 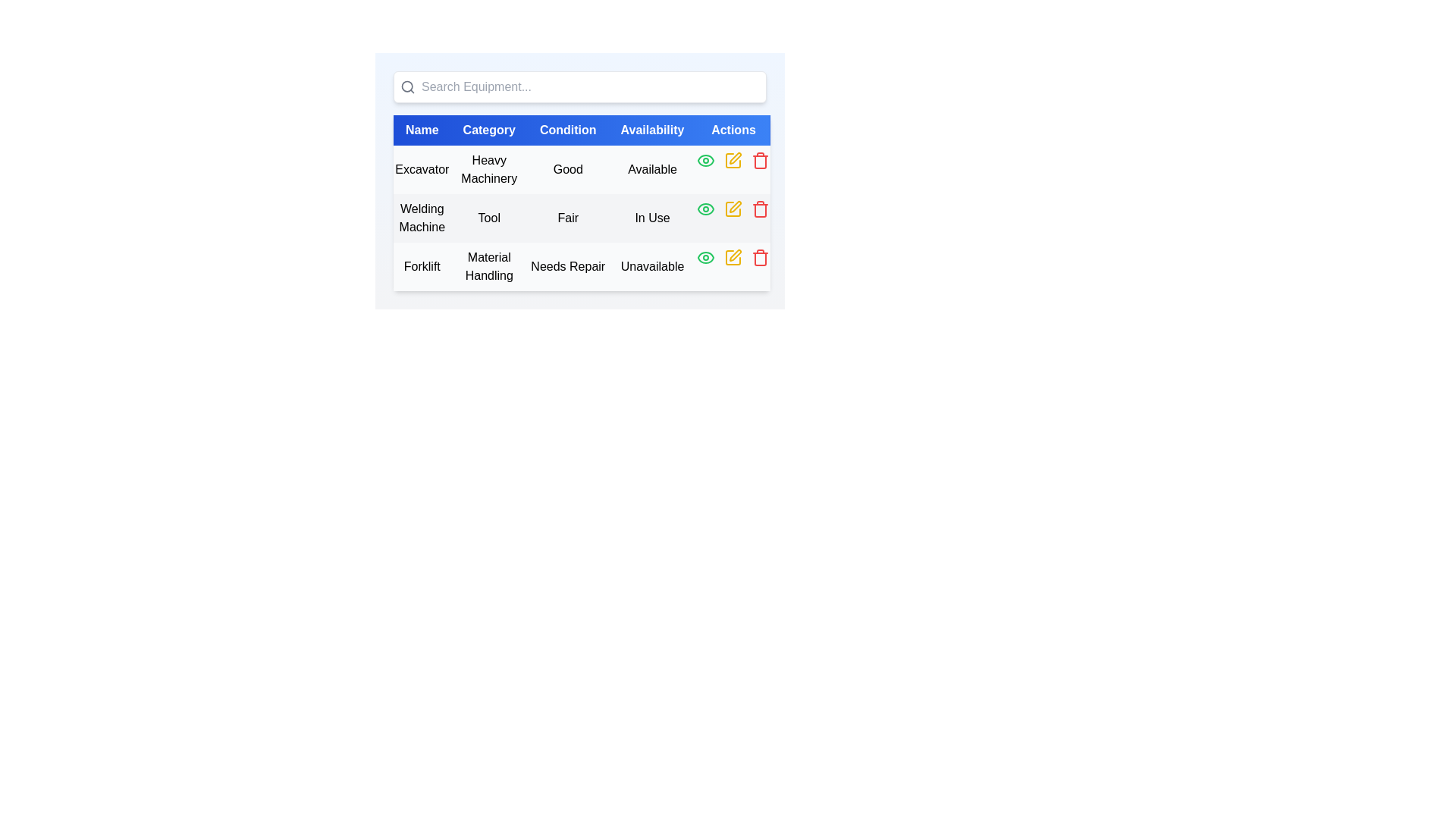 I want to click on the static text element displaying 'Material Handling' in the 'Category' column for the item 'Forklift', which is the second cell in the corresponding row, so click(x=489, y=265).